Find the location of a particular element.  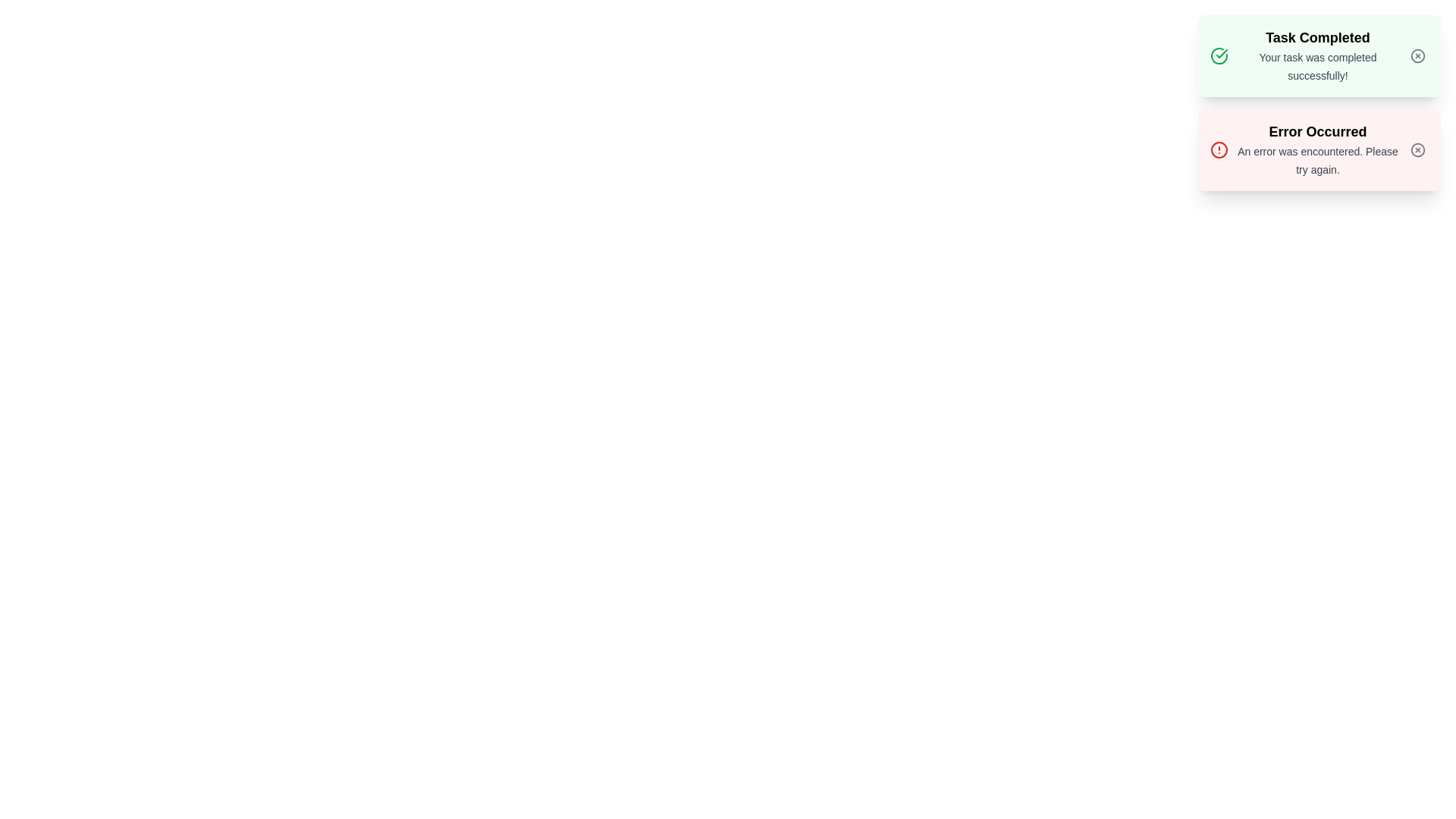

the small circular 'X' icon in gray color located in the top-right corner of the 'Error Occurred' alert box is located at coordinates (1417, 149).